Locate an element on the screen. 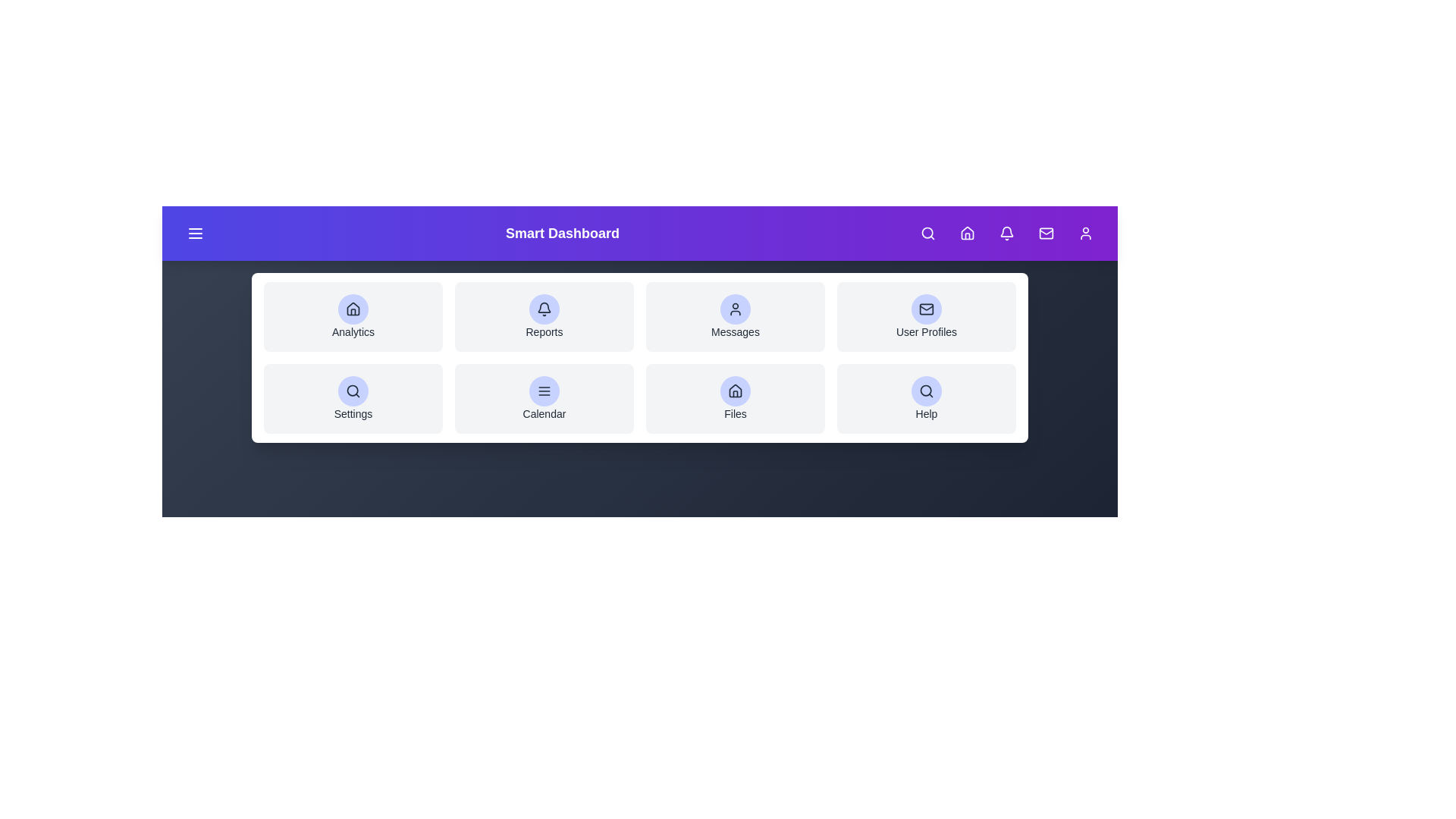 This screenshot has width=1456, height=819. the grid item labeled Calendar is located at coordinates (544, 397).